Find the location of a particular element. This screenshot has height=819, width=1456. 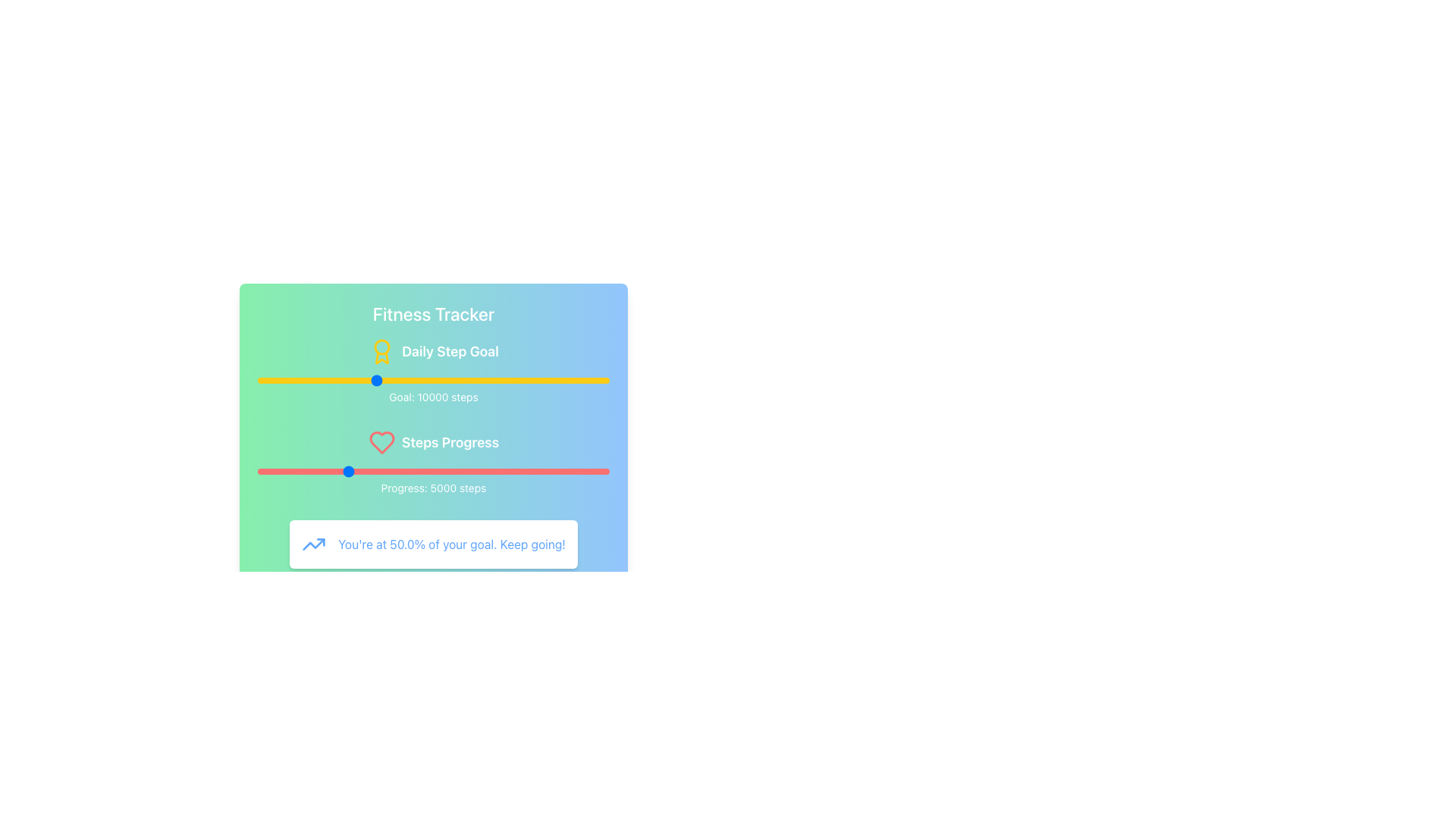

the 'Steps Progress' text label, which displays a large, bold white font on a gradient background, centrally located in the interface and positioned to the right of a red heart icon is located at coordinates (450, 442).